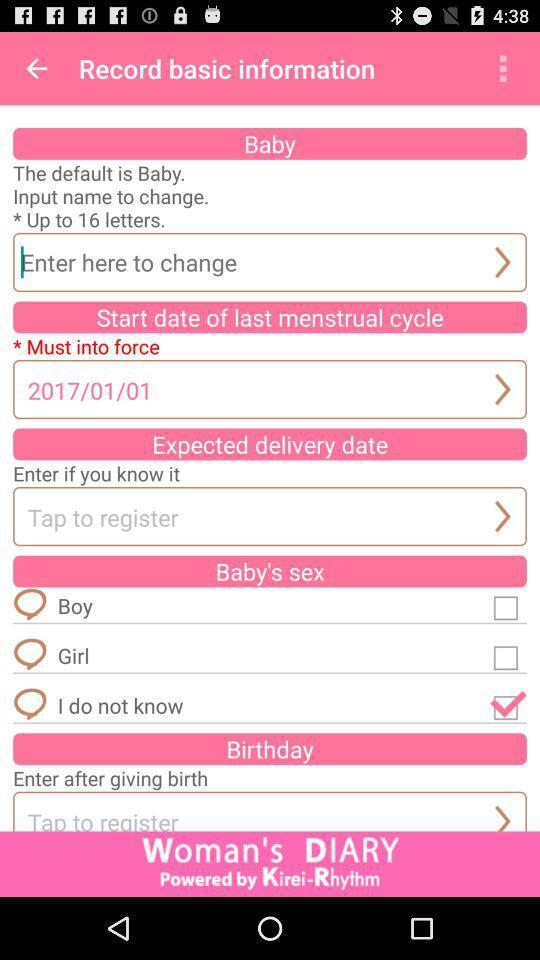 Image resolution: width=540 pixels, height=960 pixels. What do you see at coordinates (270, 261) in the screenshot?
I see `baby name` at bounding box center [270, 261].